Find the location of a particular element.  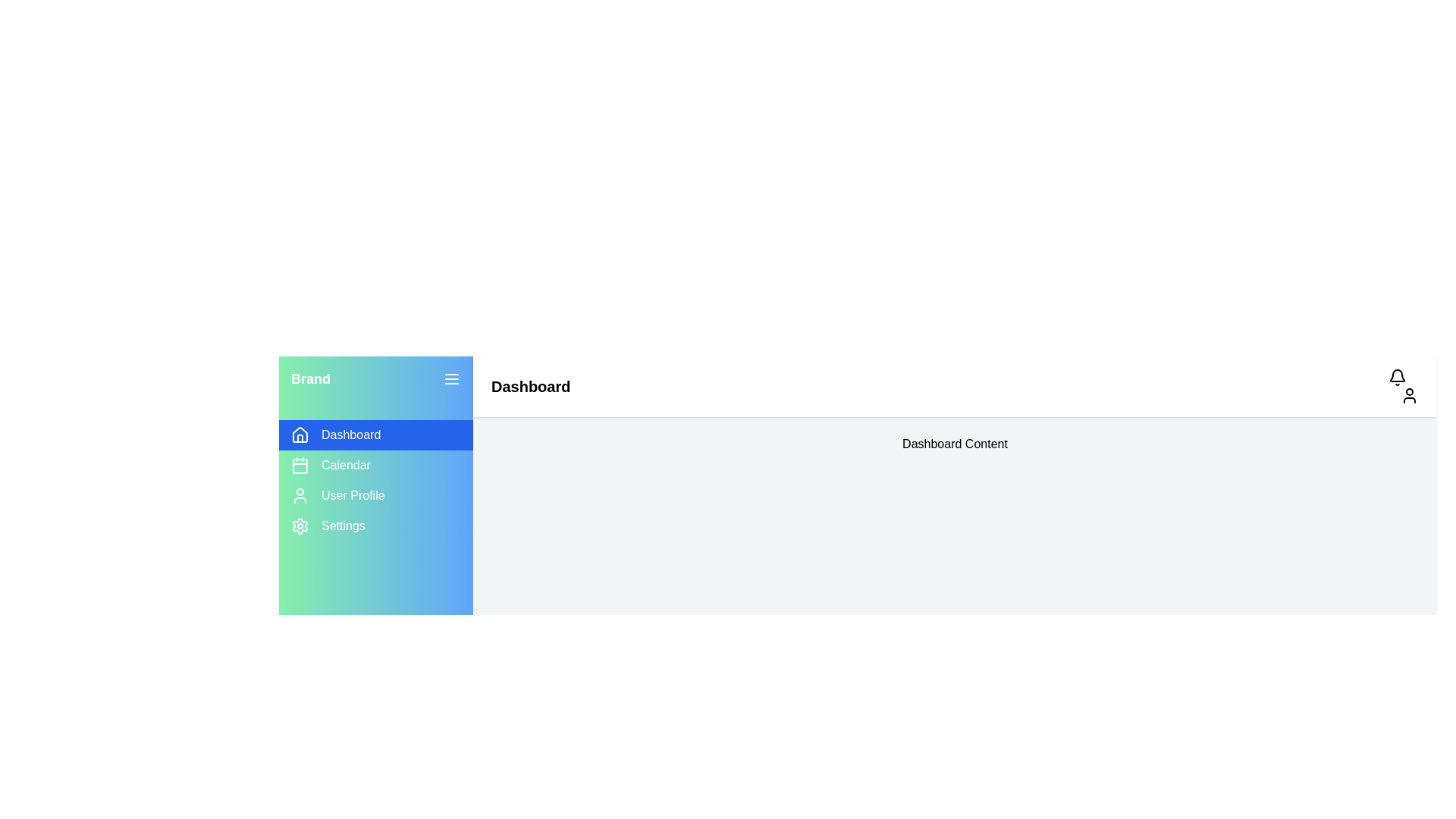

the Icon button displaying a menu symbol, which consists of three horizontal lines stacked vertically is located at coordinates (450, 378).